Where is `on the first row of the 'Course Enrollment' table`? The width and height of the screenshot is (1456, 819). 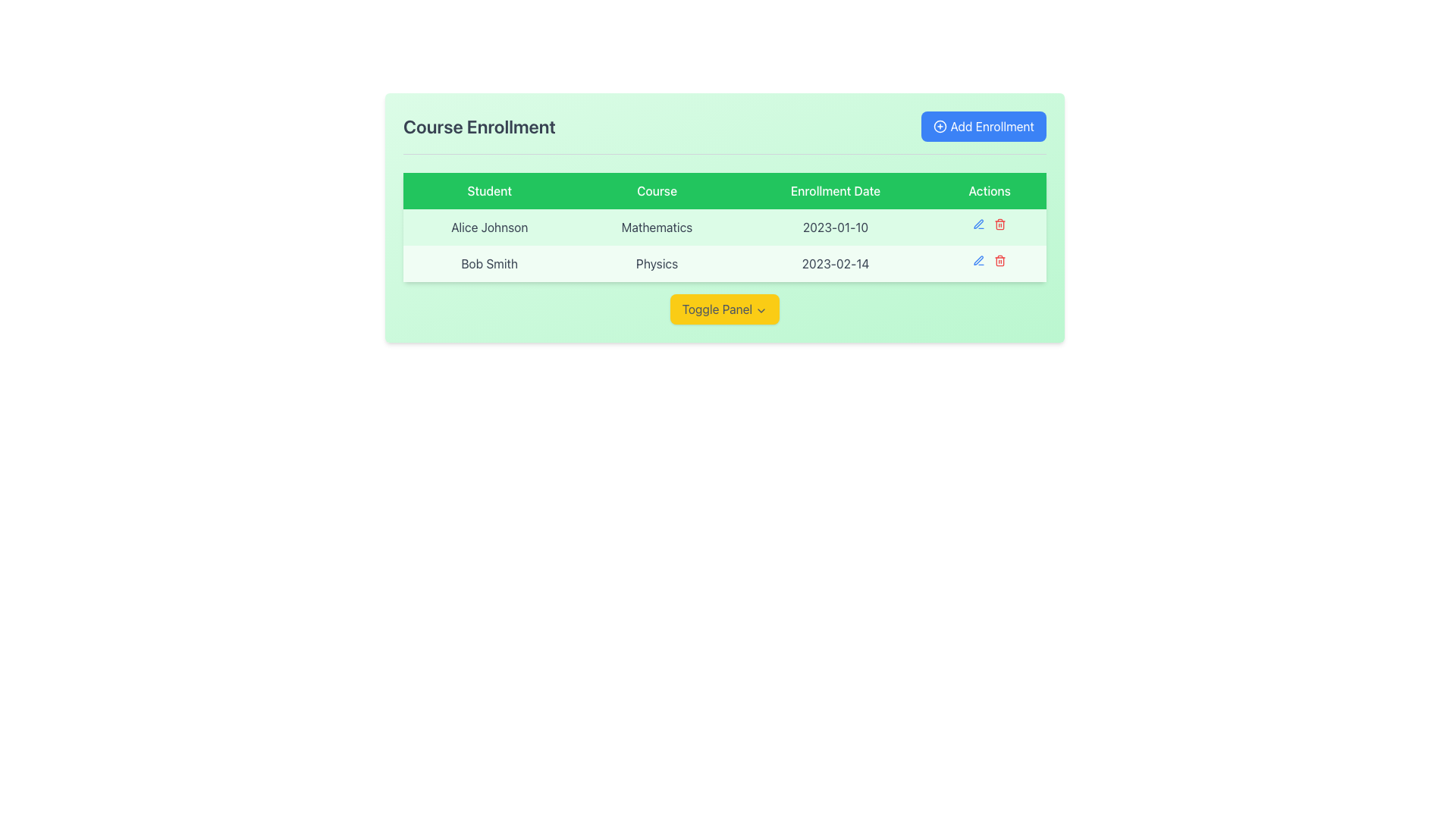
on the first row of the 'Course Enrollment' table is located at coordinates (723, 227).